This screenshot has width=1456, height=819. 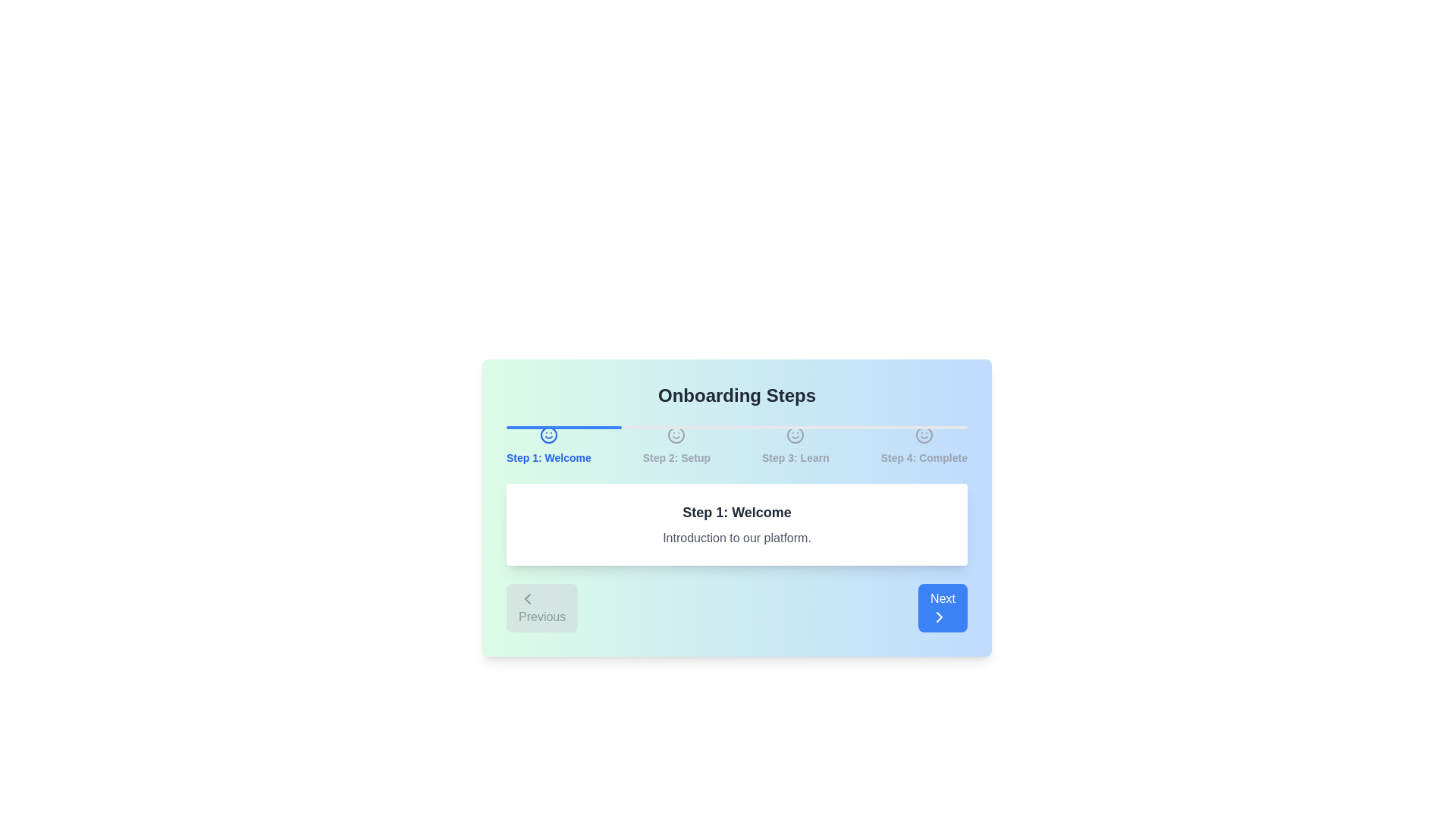 I want to click on the left-pointing chevron icon located within the 'Previous' button at the bottom left corner of the interface, adjacent to the text label 'Previous', so click(x=528, y=598).